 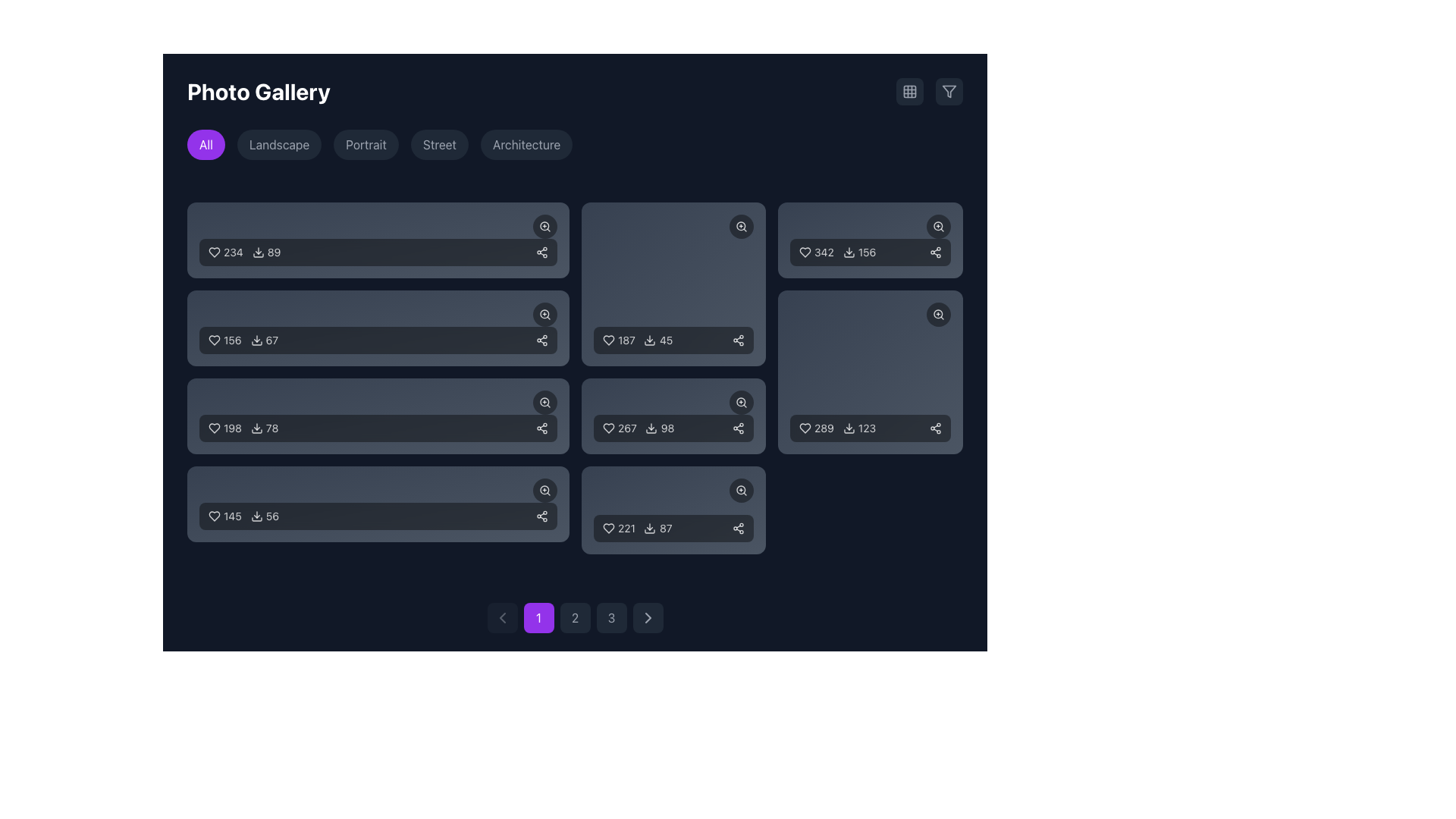 I want to click on the heart-shaped icon used to represent a 'like' or 'favorite' action, located in the second box of the grid layout on the main interface, so click(x=214, y=339).